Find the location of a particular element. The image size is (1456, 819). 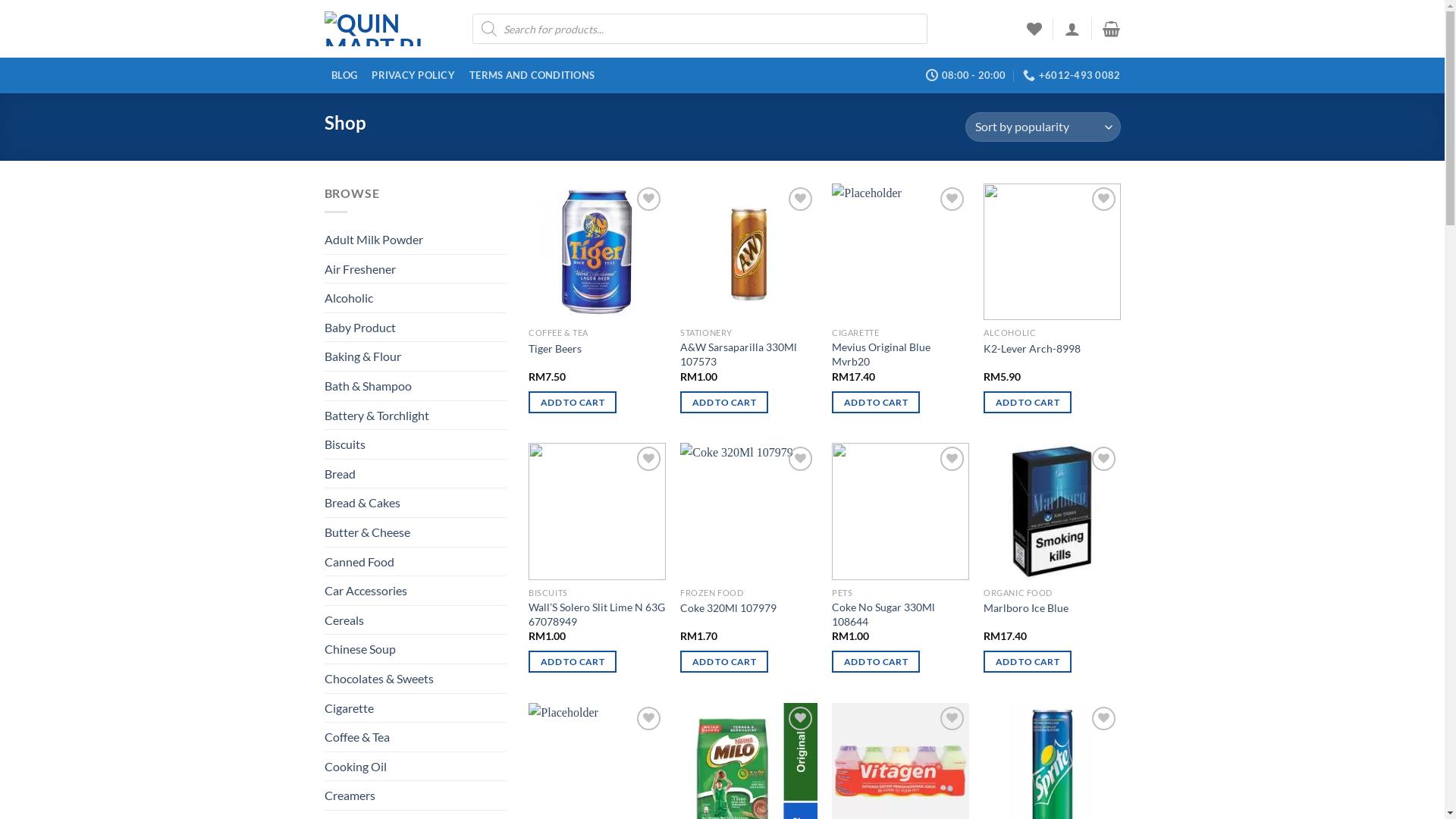

'Baby Product' is located at coordinates (323, 327).